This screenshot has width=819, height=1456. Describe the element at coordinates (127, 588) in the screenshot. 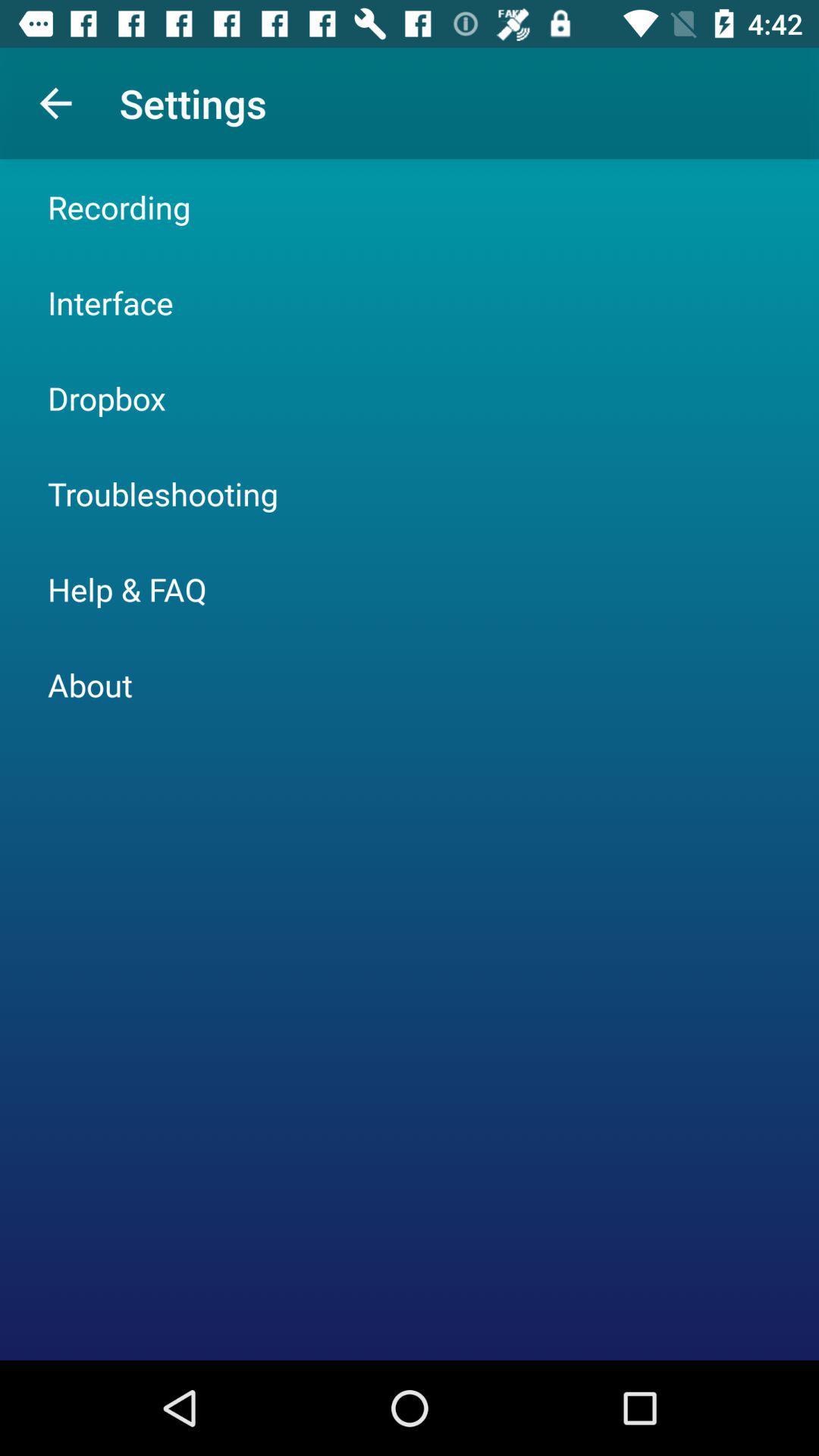

I see `the help & faq` at that location.